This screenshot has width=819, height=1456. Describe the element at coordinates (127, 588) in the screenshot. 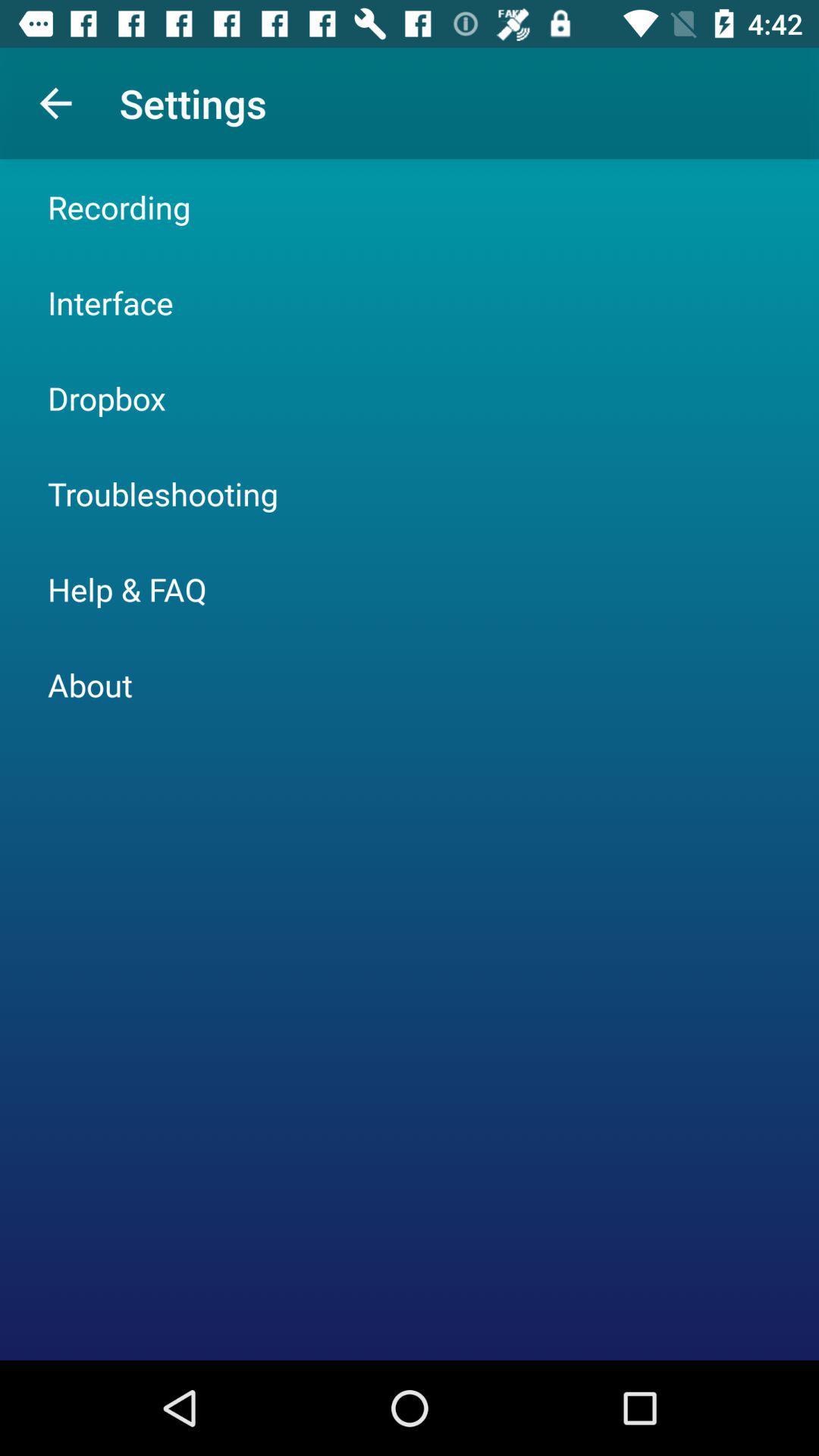

I see `the help & faq` at that location.